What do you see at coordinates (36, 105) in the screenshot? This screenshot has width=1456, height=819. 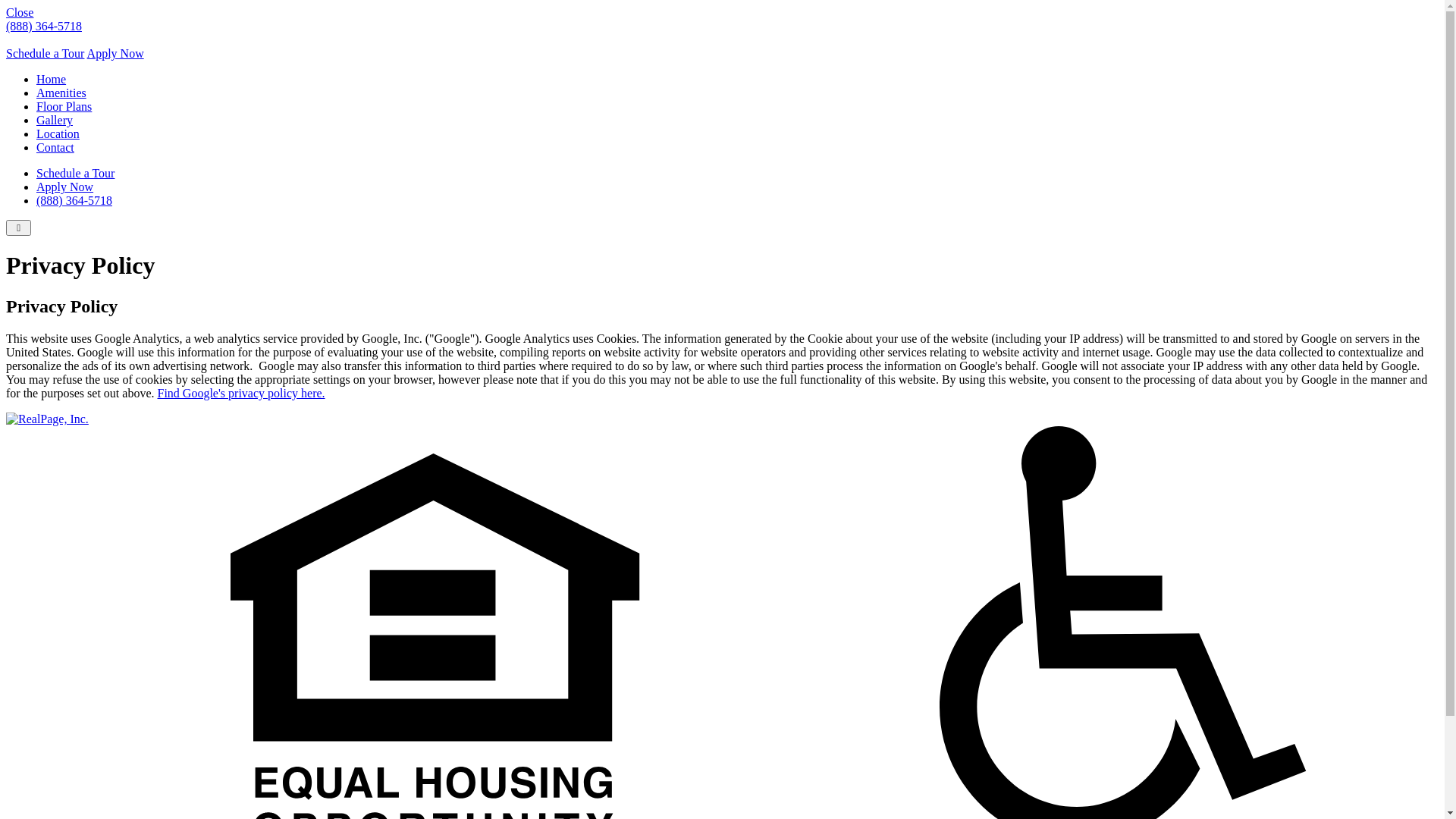 I see `'Floor Plans'` at bounding box center [36, 105].